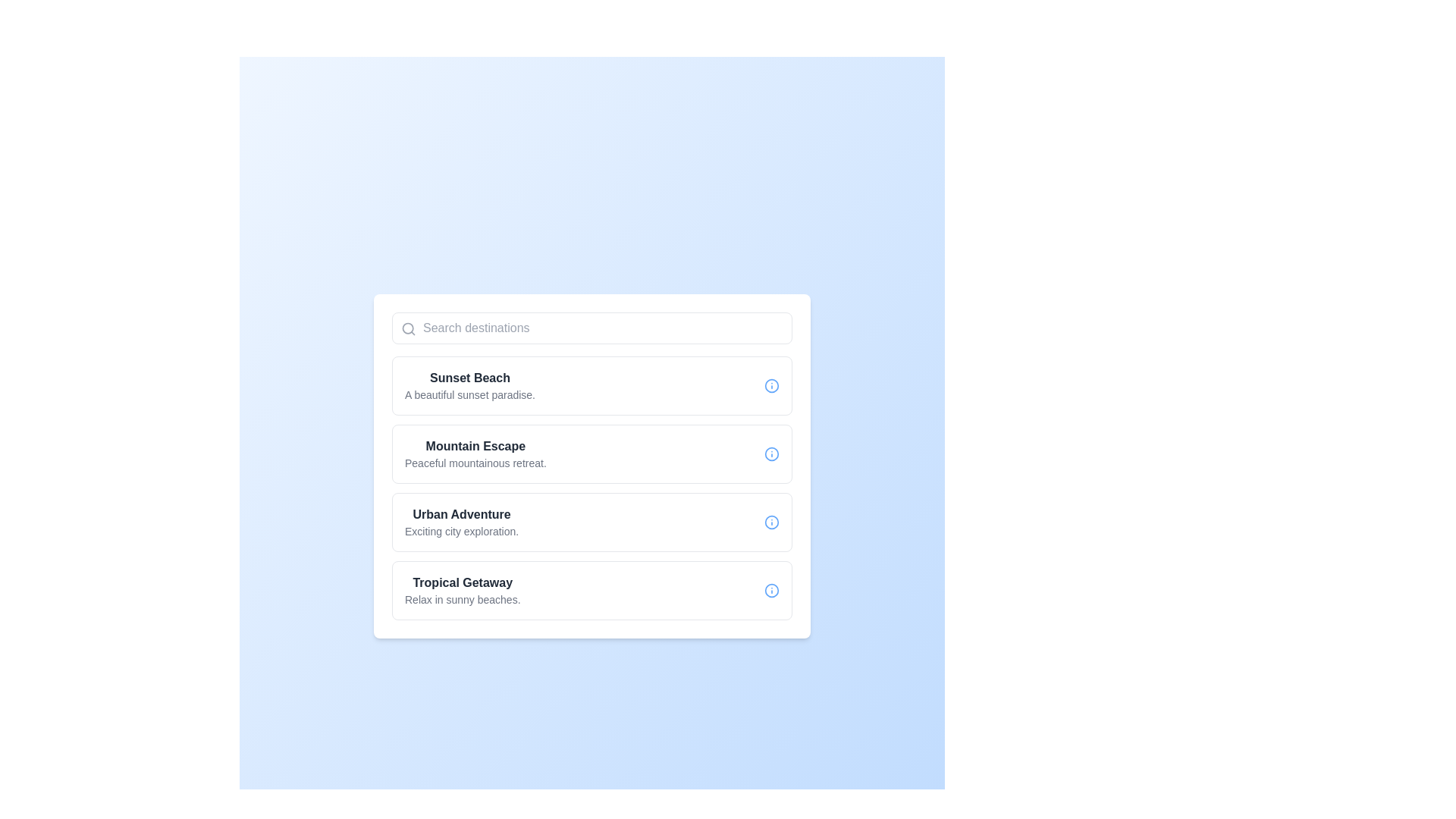  Describe the element at coordinates (475, 446) in the screenshot. I see `the Text Label that serves as the title for the second destination option in the list, located between 'Sunset Beach' and 'Urban Adventure'` at that location.